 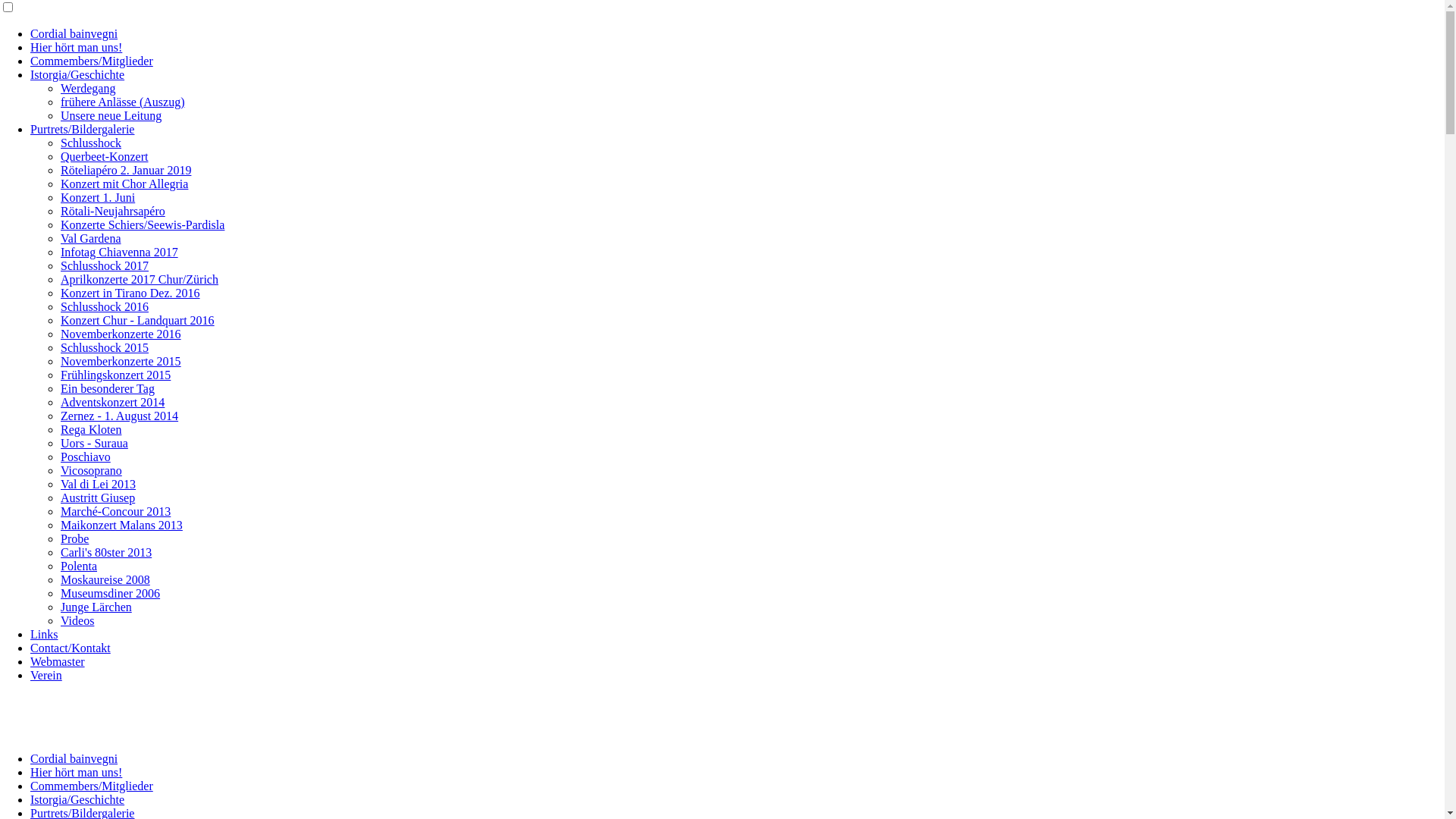 I want to click on 'Schlusshock 2017', so click(x=61, y=265).